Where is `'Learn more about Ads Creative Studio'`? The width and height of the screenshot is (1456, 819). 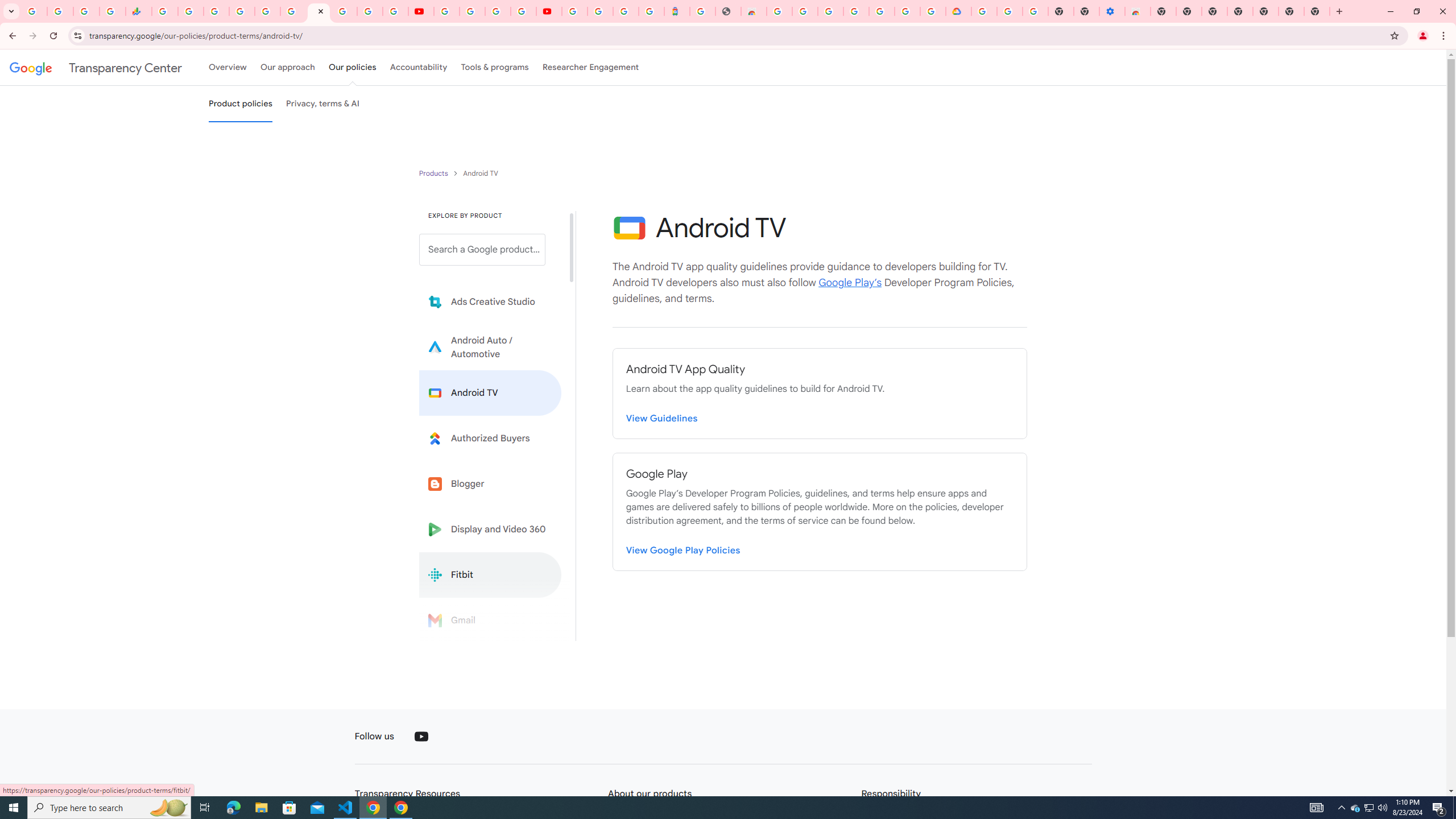
'Learn more about Ads Creative Studio' is located at coordinates (490, 302).